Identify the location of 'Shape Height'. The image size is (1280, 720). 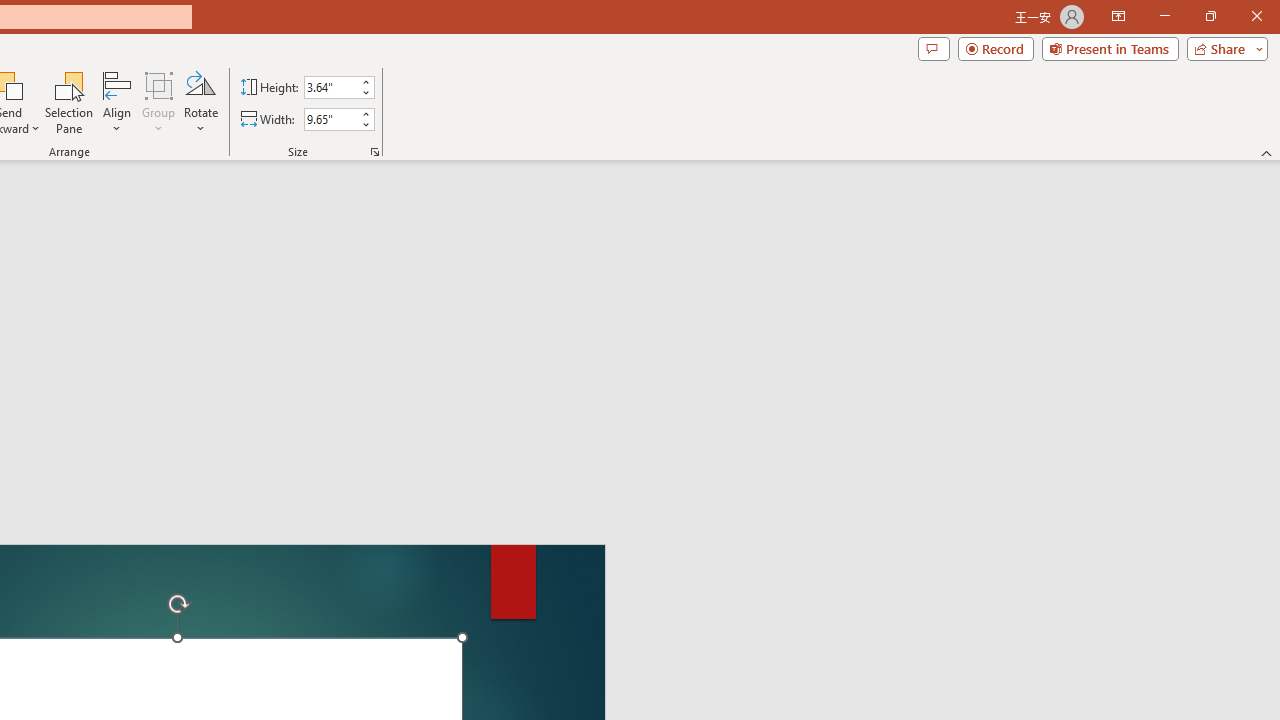
(330, 86).